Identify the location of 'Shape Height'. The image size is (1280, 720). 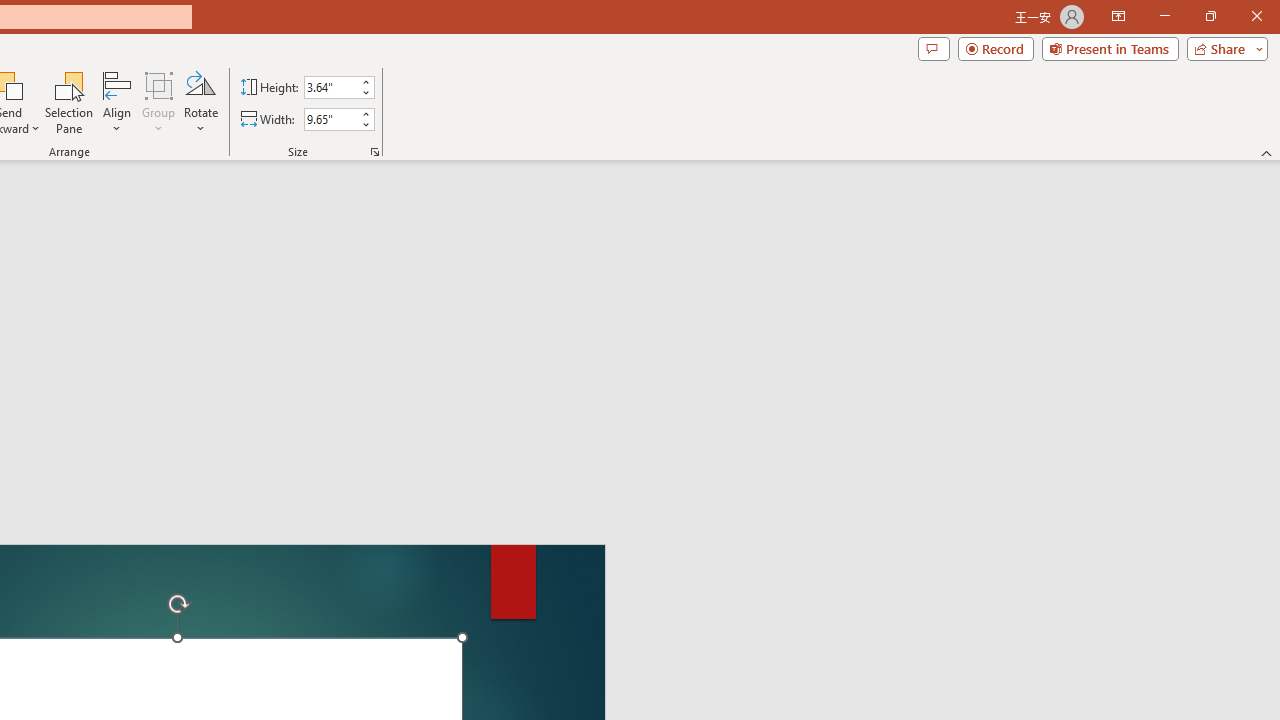
(330, 86).